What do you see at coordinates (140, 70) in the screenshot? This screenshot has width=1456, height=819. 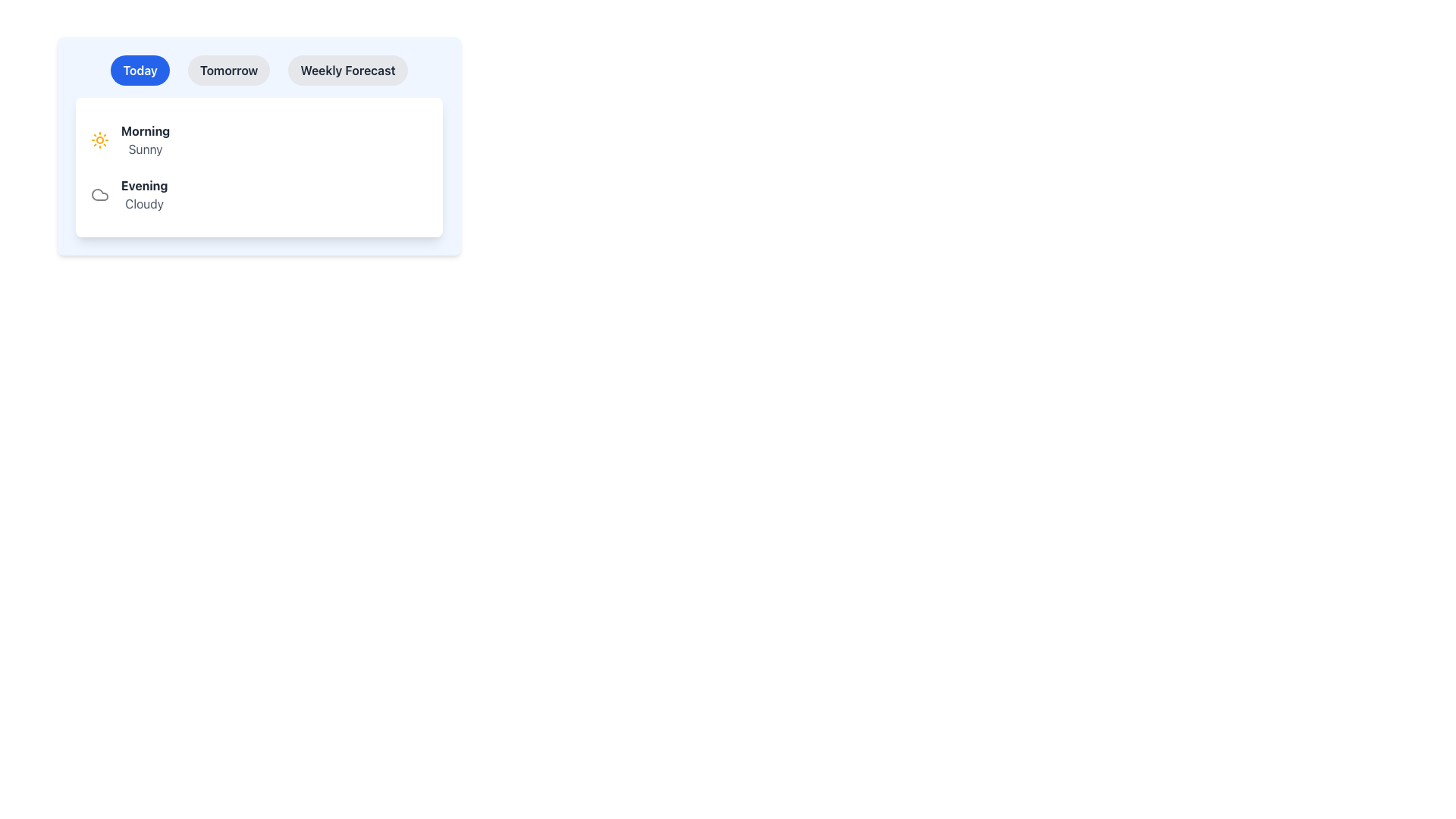 I see `the rounded button labeled 'Today' with white text and a blue background to trigger tooltip effects` at bounding box center [140, 70].